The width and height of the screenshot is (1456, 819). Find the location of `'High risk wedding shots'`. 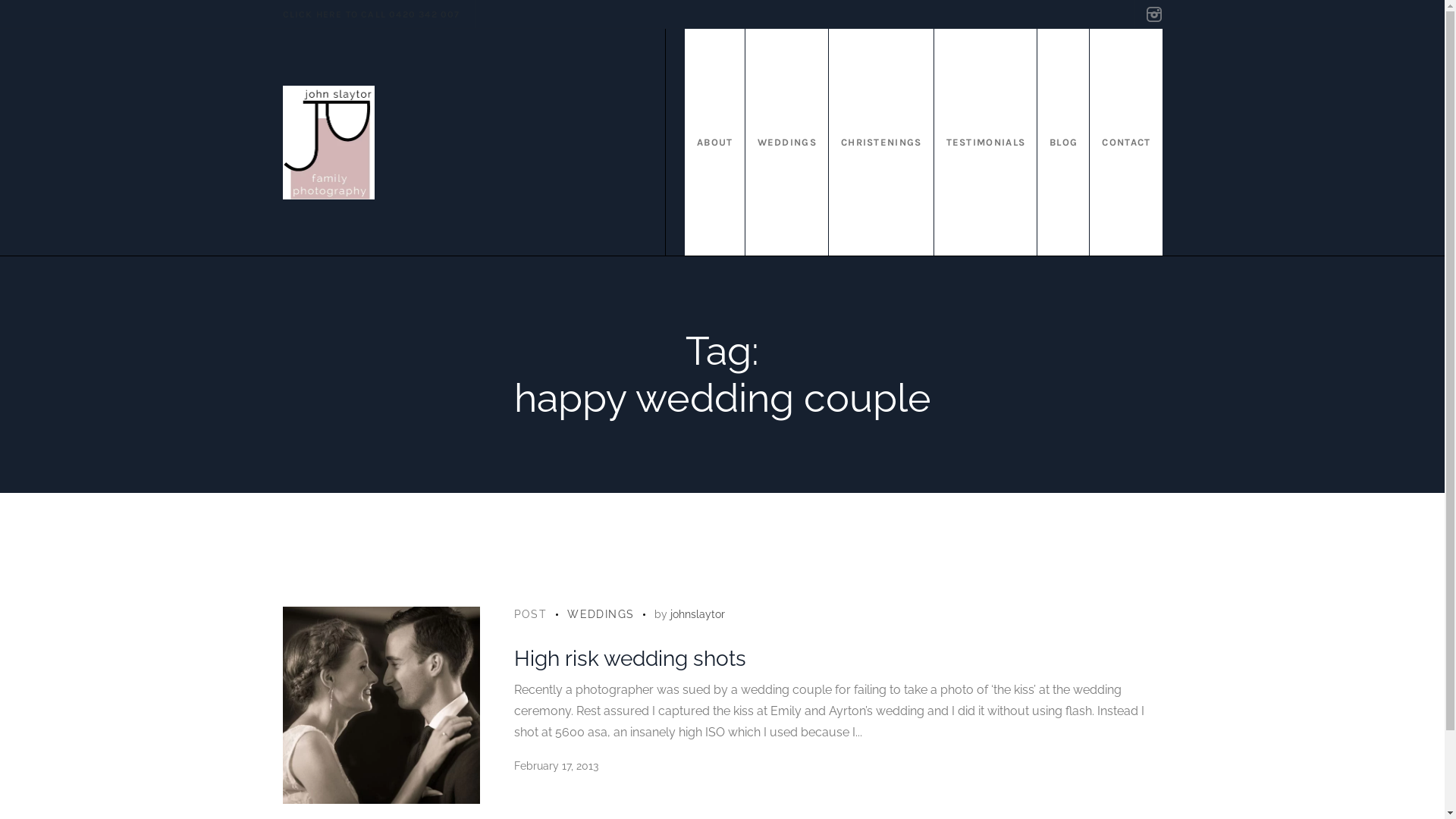

'High risk wedding shots' is located at coordinates (381, 704).